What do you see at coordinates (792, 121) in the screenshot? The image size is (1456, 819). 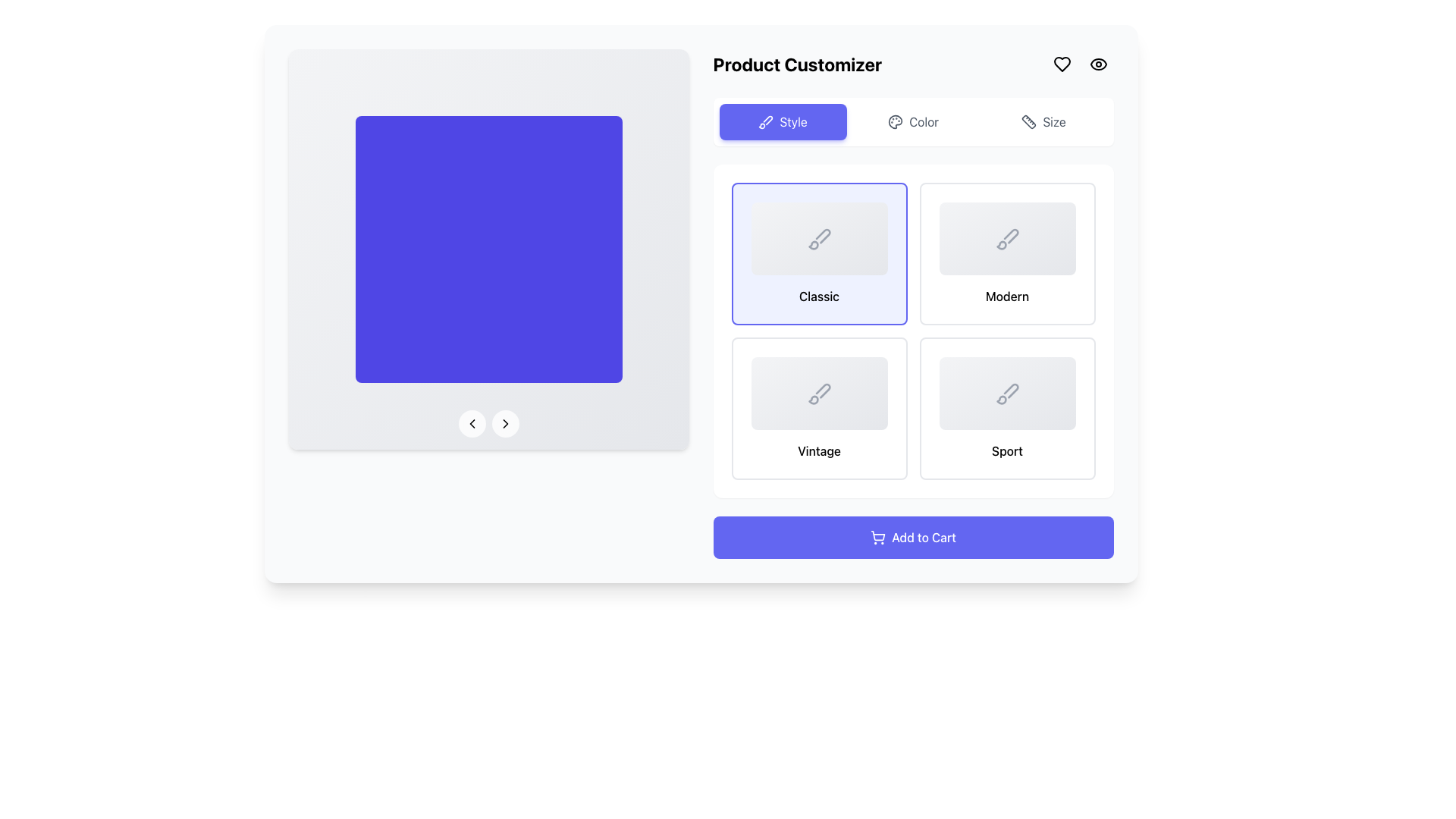 I see `the 'Style' button in the navigation section of the Product Customizer interface` at bounding box center [792, 121].